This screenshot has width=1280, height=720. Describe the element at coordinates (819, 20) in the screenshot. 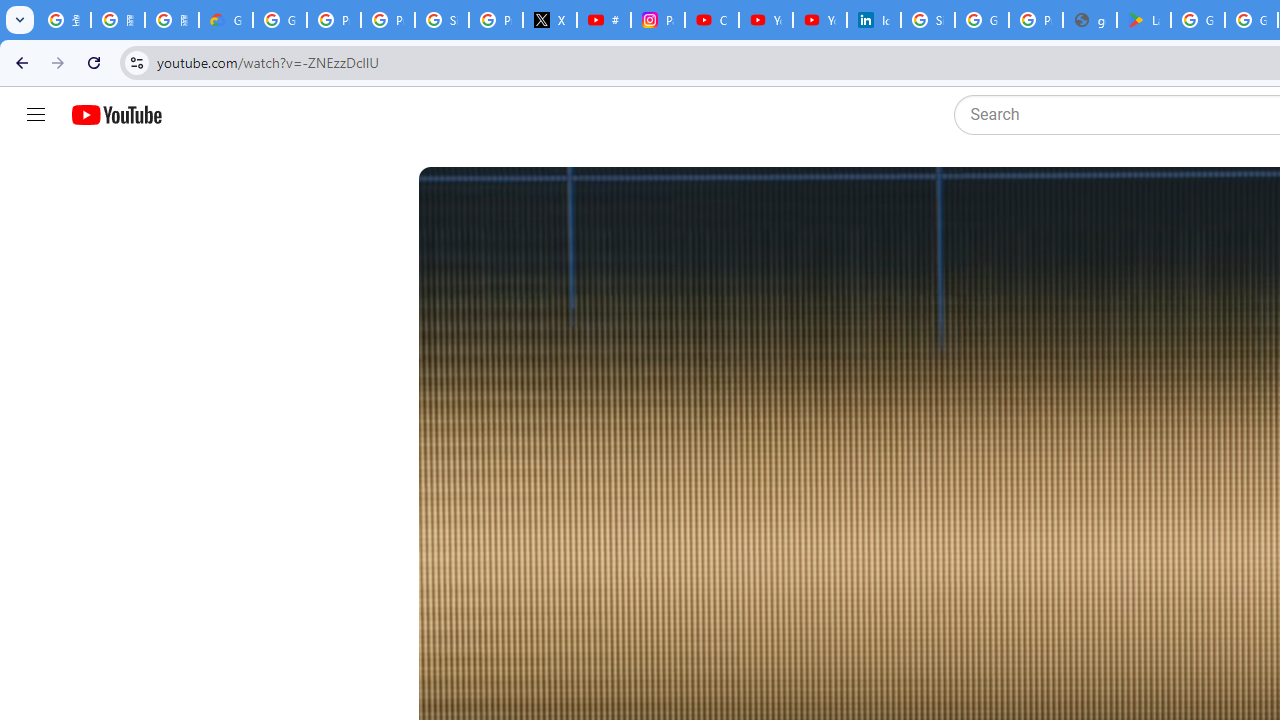

I see `'YouTube Culture & Trends - YouTube Top 10, 2021'` at that location.